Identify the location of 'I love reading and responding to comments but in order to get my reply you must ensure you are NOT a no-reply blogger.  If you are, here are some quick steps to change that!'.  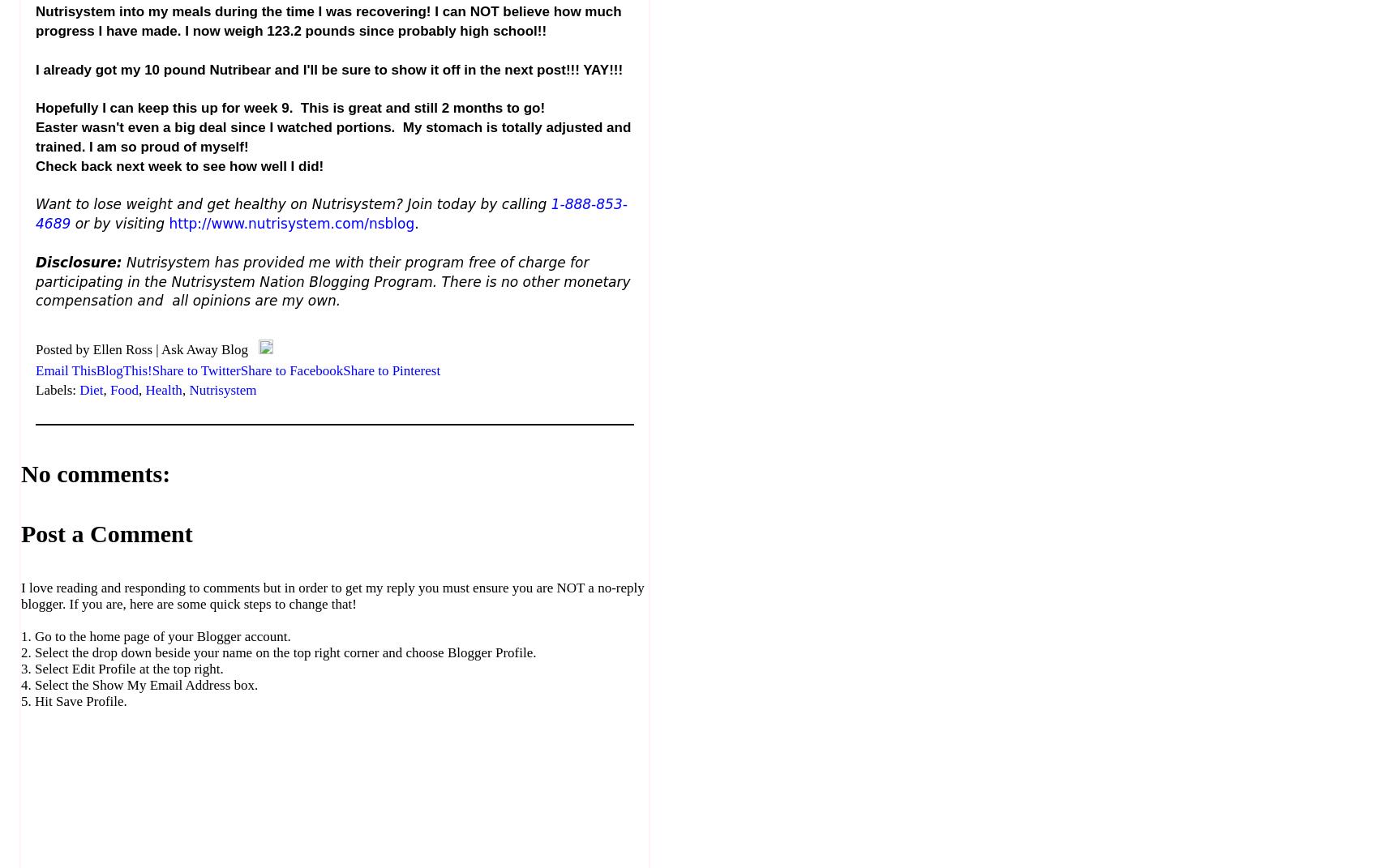
(332, 596).